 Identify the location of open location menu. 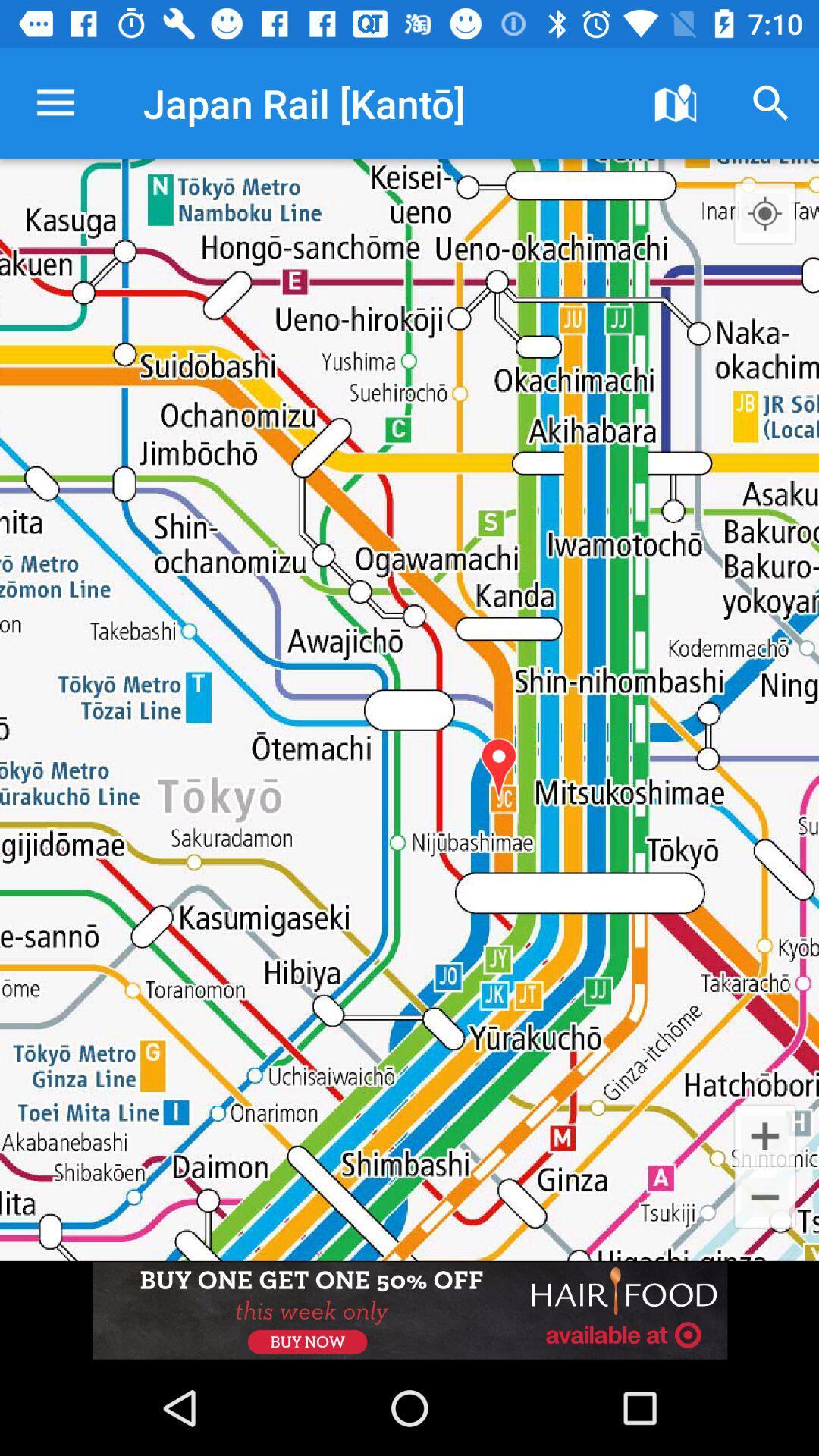
(764, 212).